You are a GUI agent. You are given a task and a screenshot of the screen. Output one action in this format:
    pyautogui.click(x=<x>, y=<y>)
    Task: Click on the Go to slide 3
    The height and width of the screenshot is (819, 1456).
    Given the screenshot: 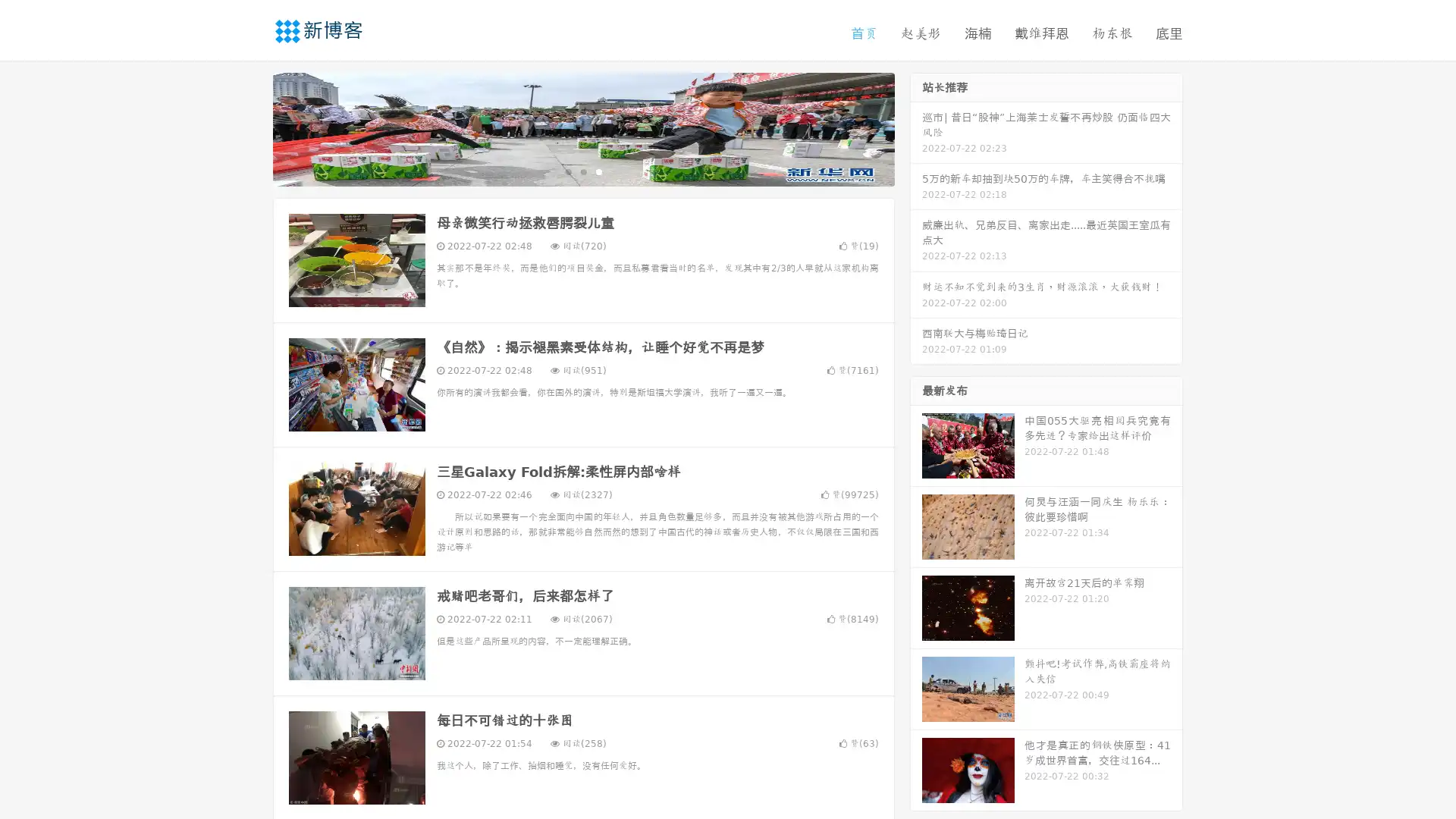 What is the action you would take?
    pyautogui.click(x=598, y=171)
    